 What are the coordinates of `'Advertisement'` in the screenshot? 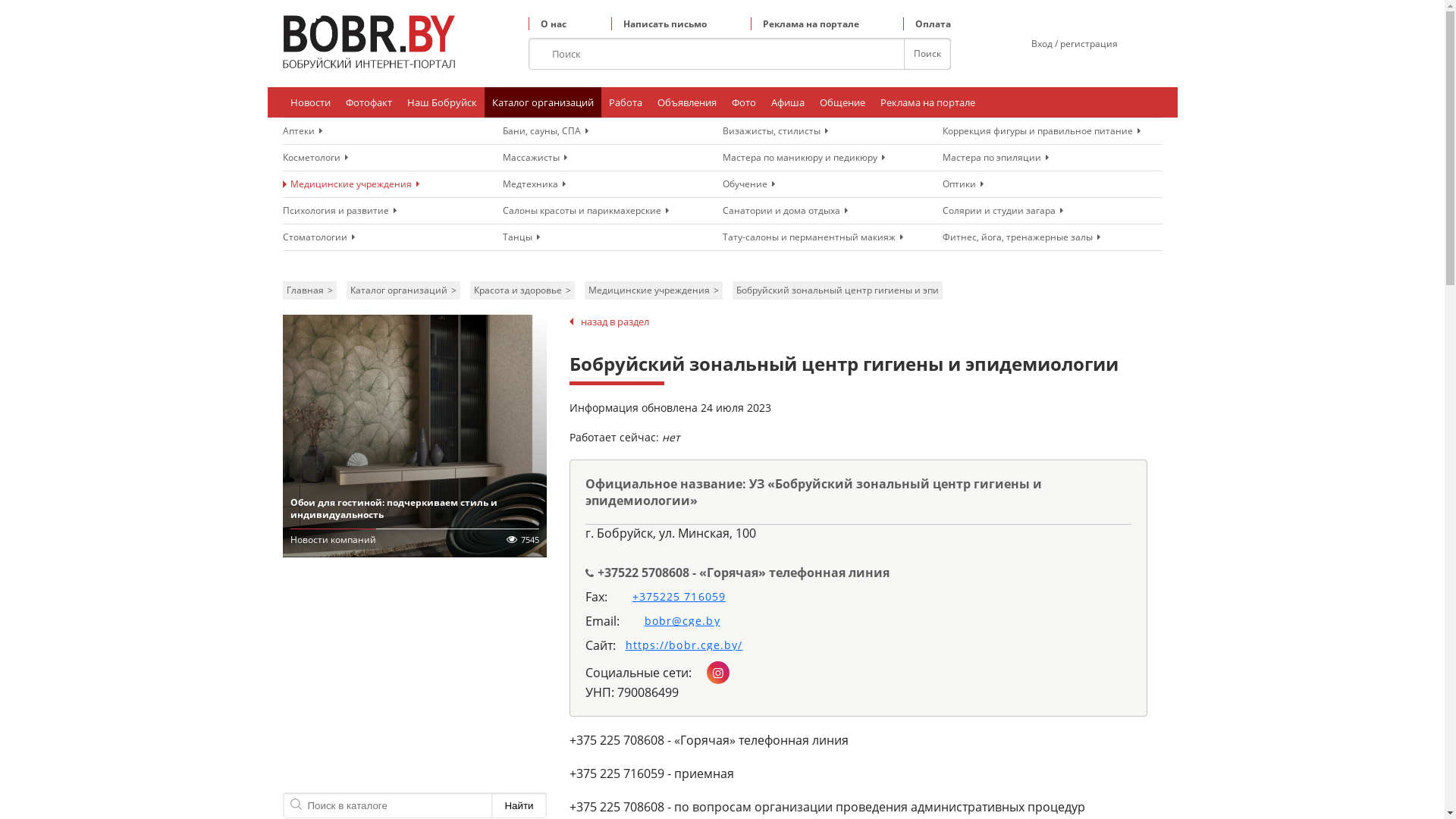 It's located at (414, 677).